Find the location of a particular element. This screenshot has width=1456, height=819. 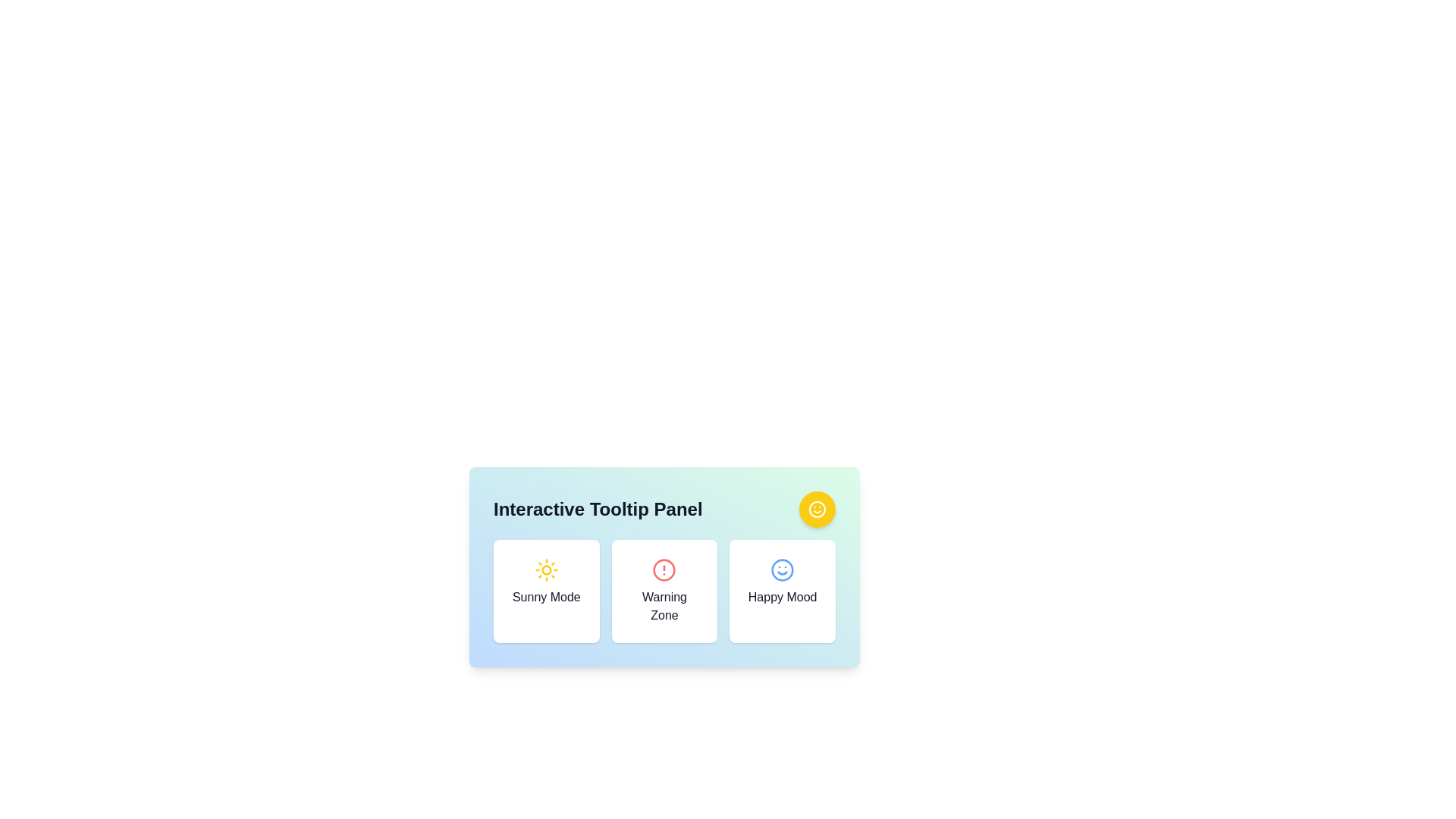

the text label displaying 'Happy Mood' located at the bottom of the rightmost card in a three-card row on a light-colored panel is located at coordinates (783, 596).